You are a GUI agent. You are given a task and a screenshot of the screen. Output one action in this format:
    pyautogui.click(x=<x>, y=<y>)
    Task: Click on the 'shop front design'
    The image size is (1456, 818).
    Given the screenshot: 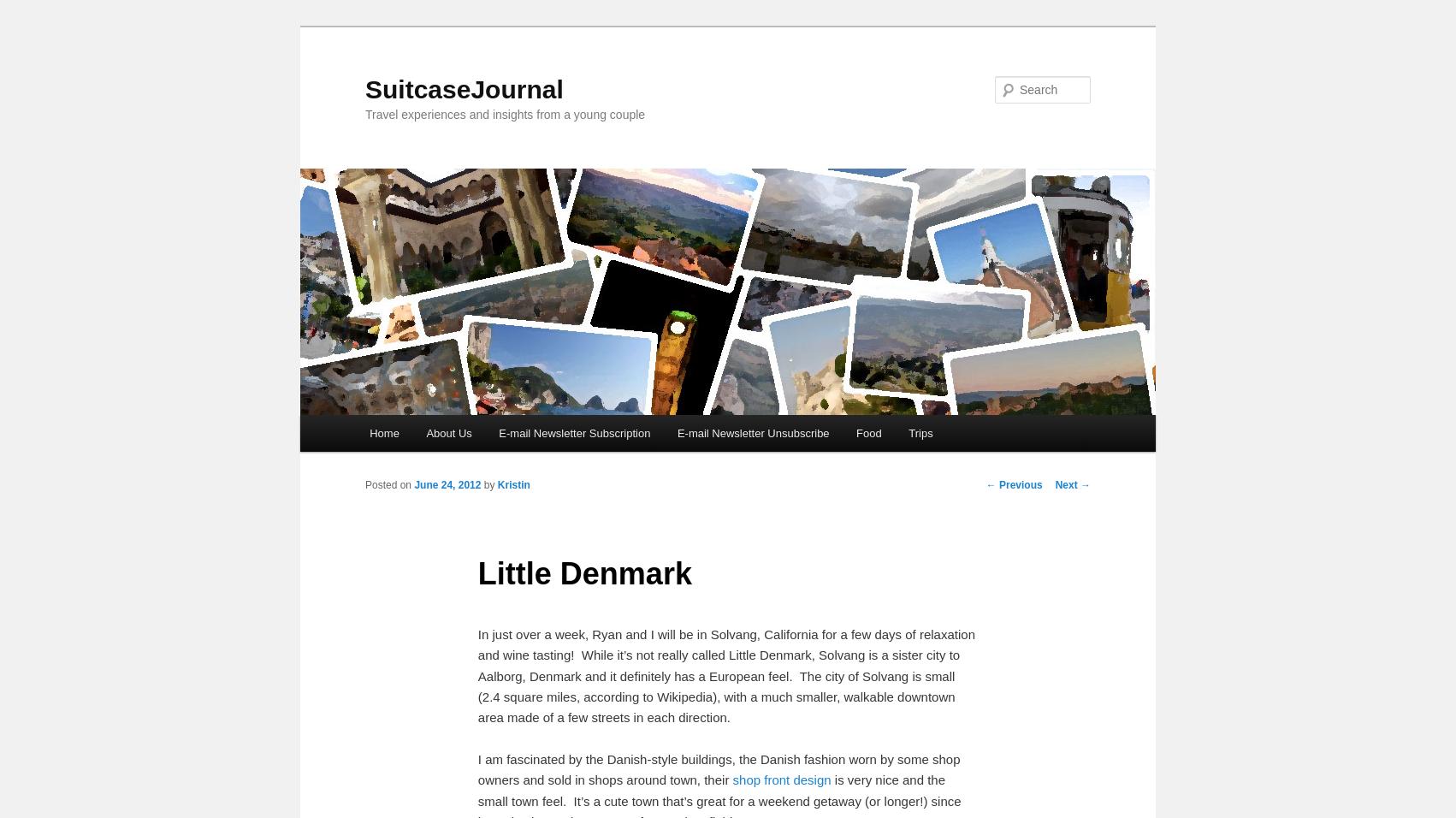 What is the action you would take?
    pyautogui.click(x=781, y=779)
    